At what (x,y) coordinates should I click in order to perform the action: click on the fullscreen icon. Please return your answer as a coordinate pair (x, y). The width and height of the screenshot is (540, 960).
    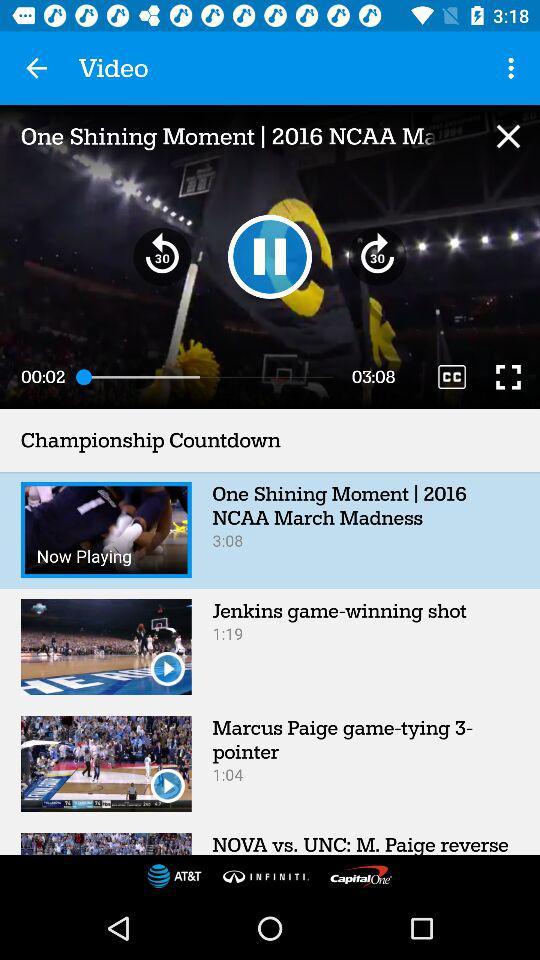
    Looking at the image, I should click on (508, 376).